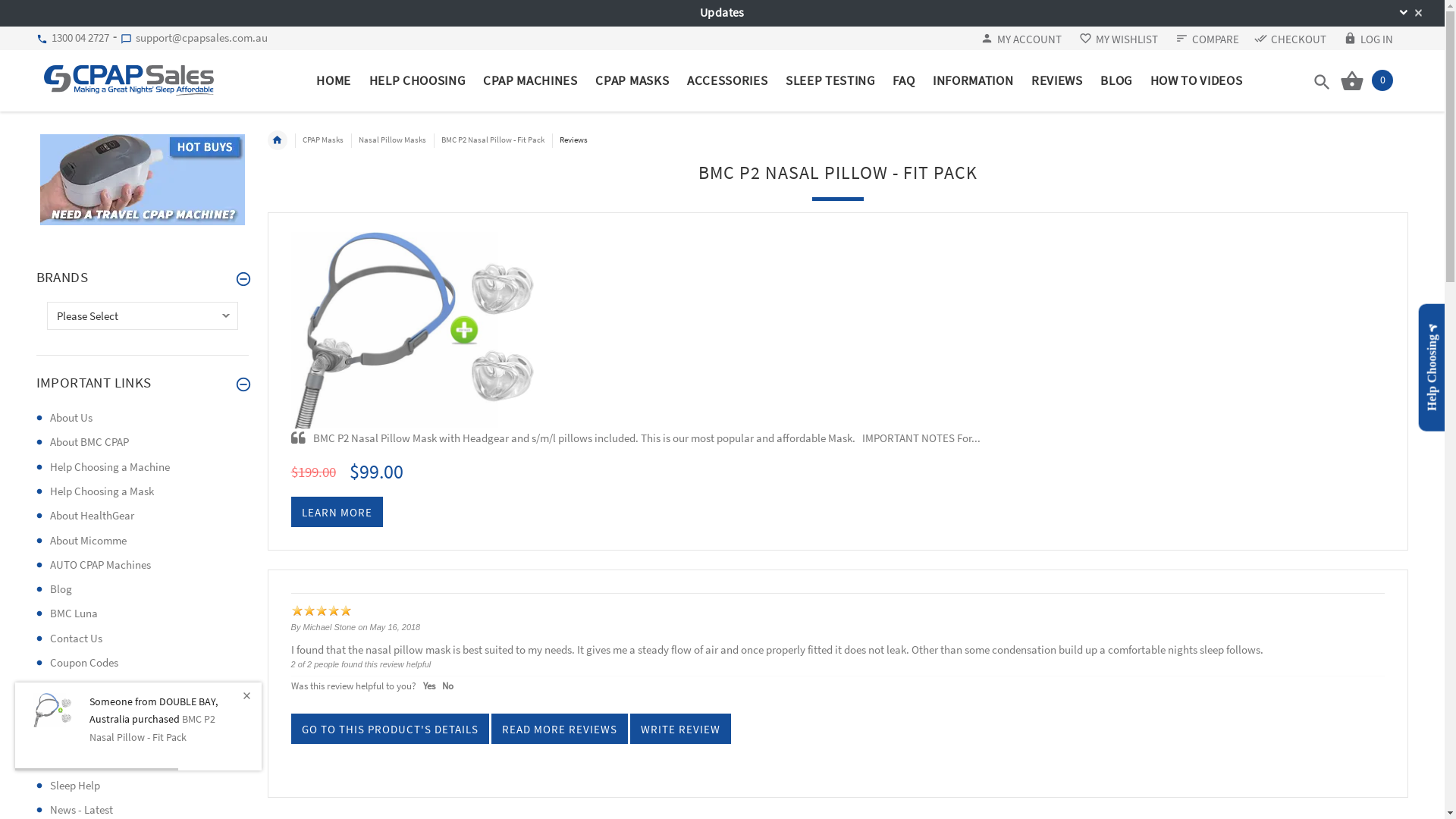 This screenshot has width=1456, height=819. What do you see at coordinates (472, 80) in the screenshot?
I see `'CPAP MACHINES'` at bounding box center [472, 80].